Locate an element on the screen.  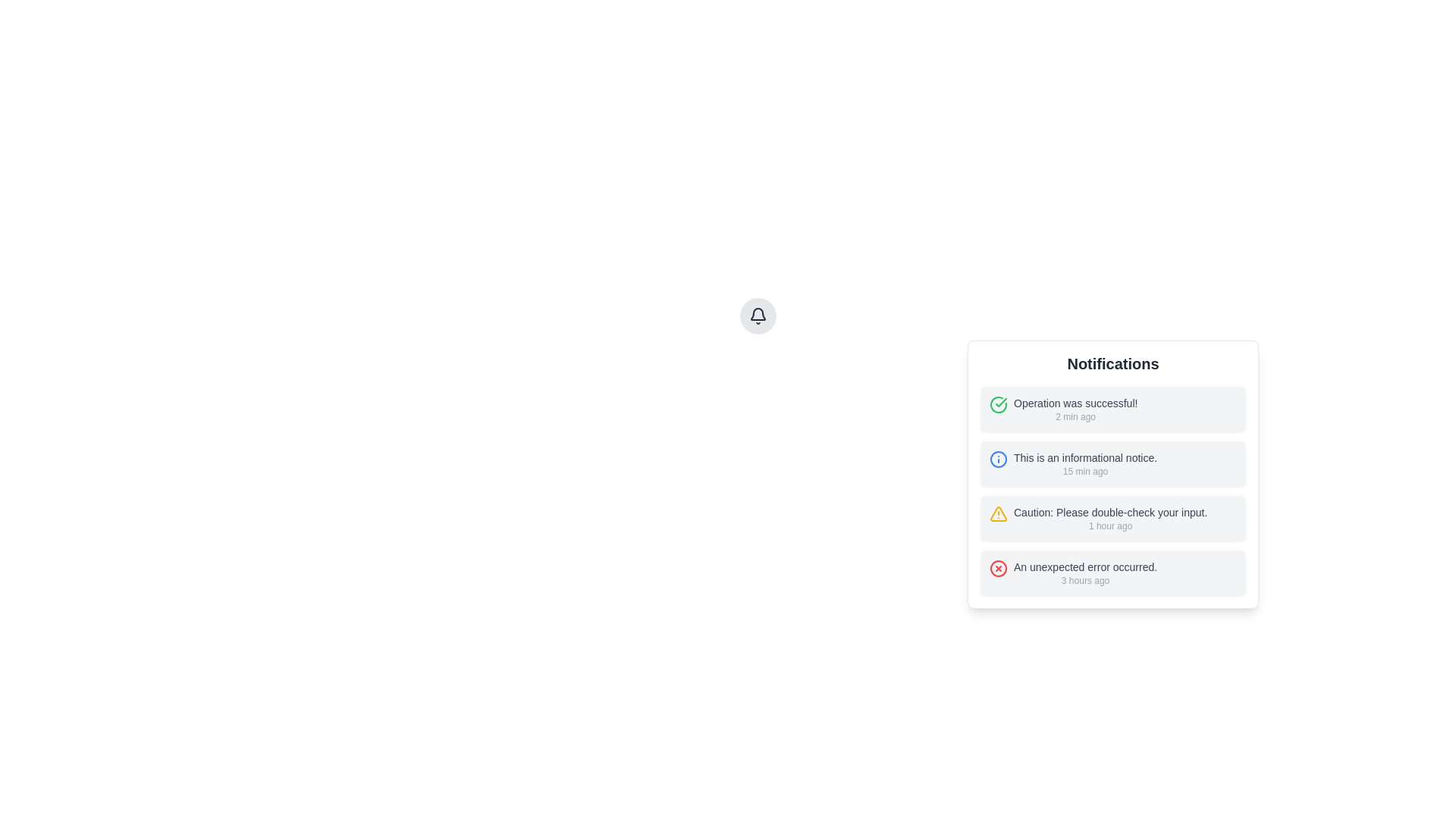
the circular blue graphic element within the informational icon located near the notification panel is located at coordinates (998, 458).